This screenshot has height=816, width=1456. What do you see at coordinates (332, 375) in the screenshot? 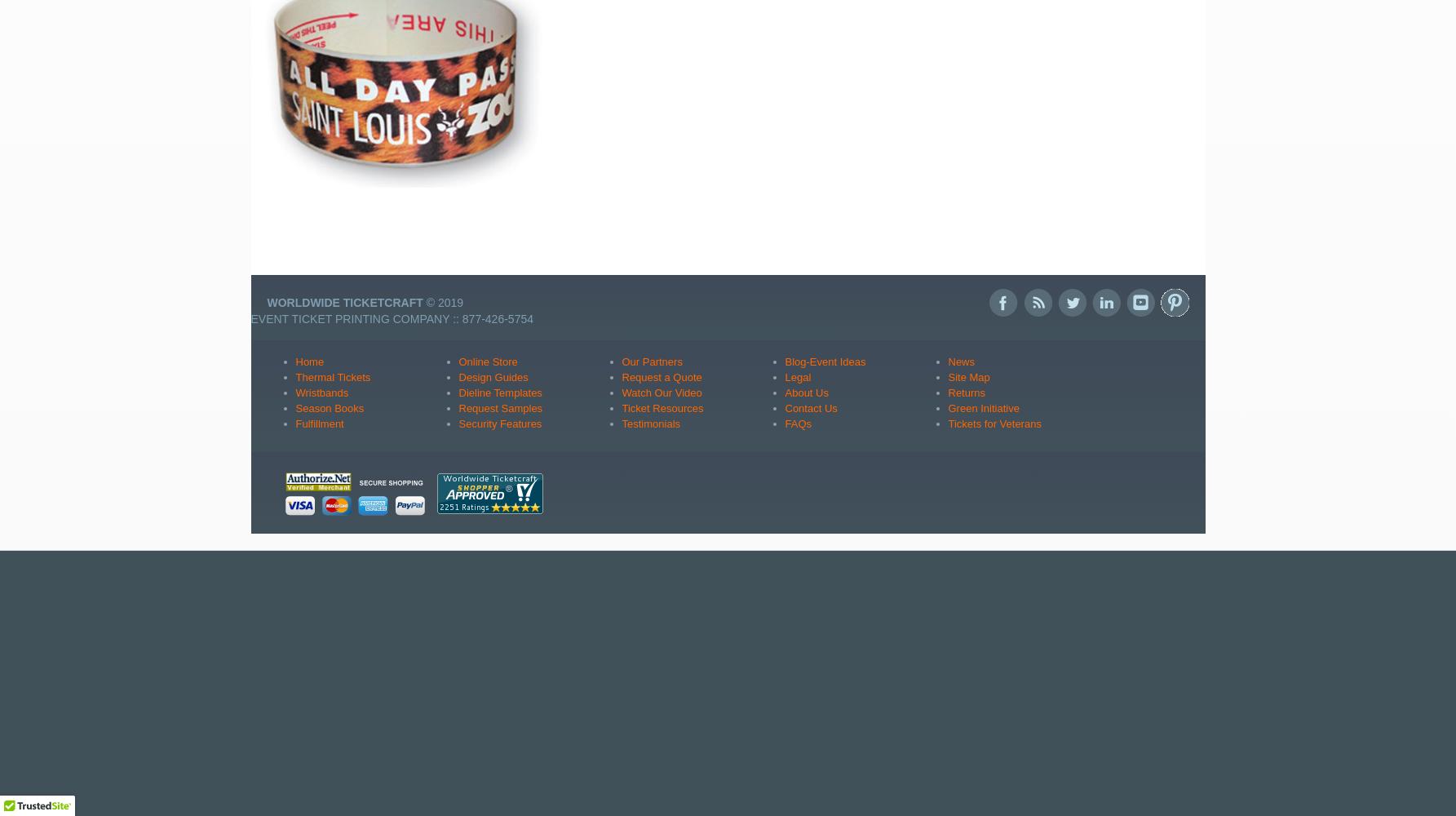
I see `'Thermal Tickets'` at bounding box center [332, 375].